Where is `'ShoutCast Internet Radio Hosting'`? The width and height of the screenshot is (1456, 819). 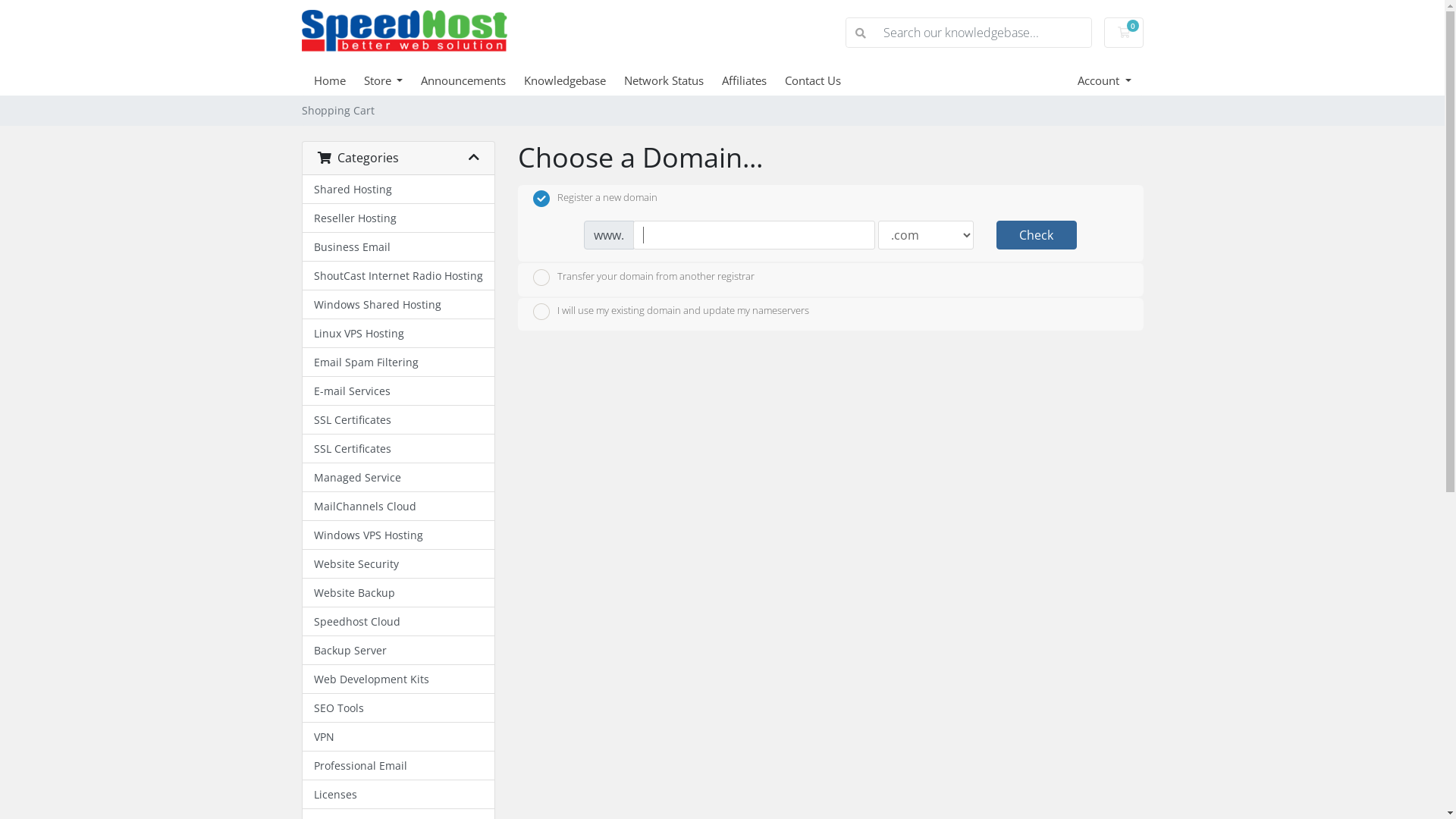
'ShoutCast Internet Radio Hosting' is located at coordinates (302, 275).